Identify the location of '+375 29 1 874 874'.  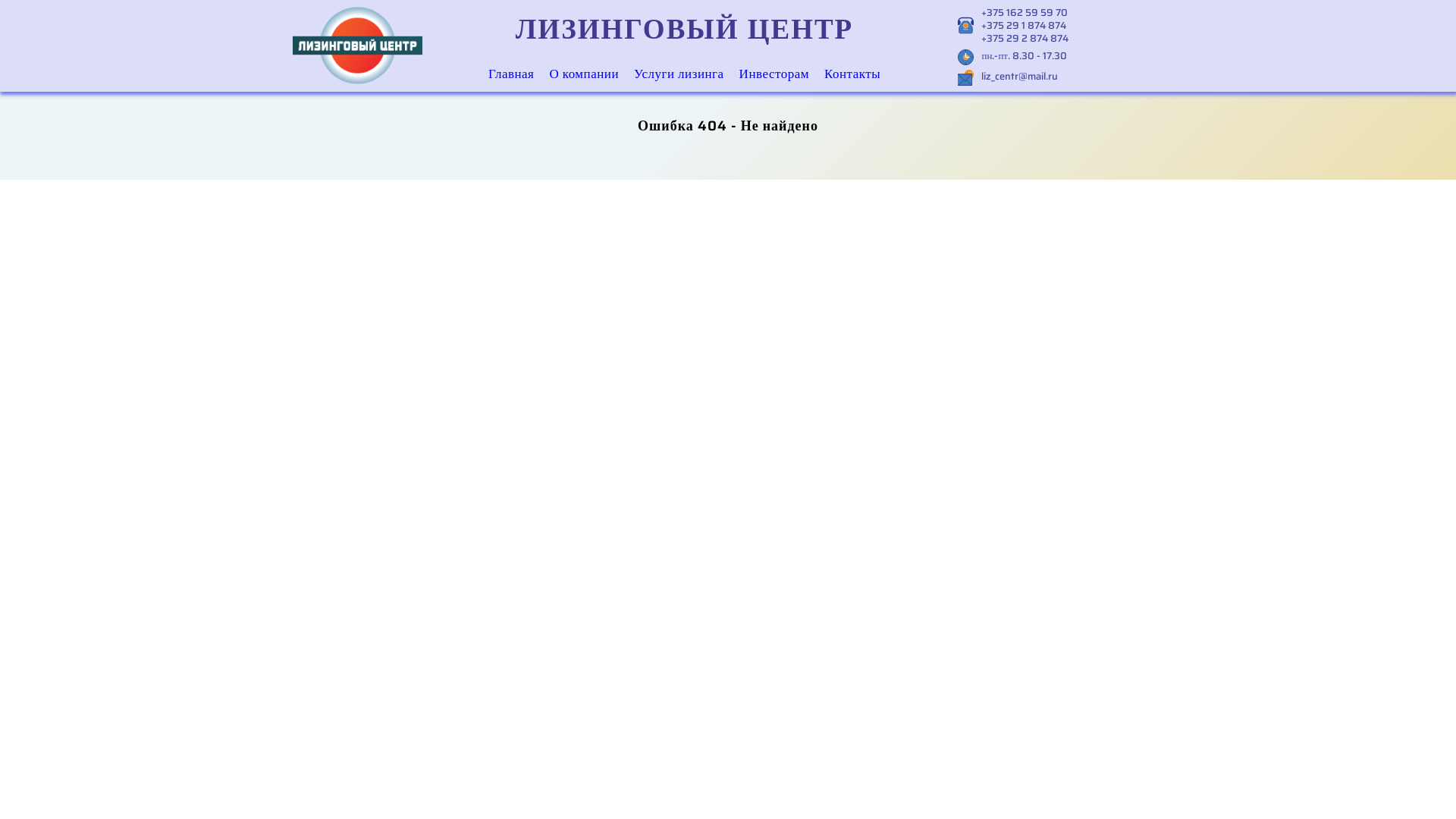
(1025, 25).